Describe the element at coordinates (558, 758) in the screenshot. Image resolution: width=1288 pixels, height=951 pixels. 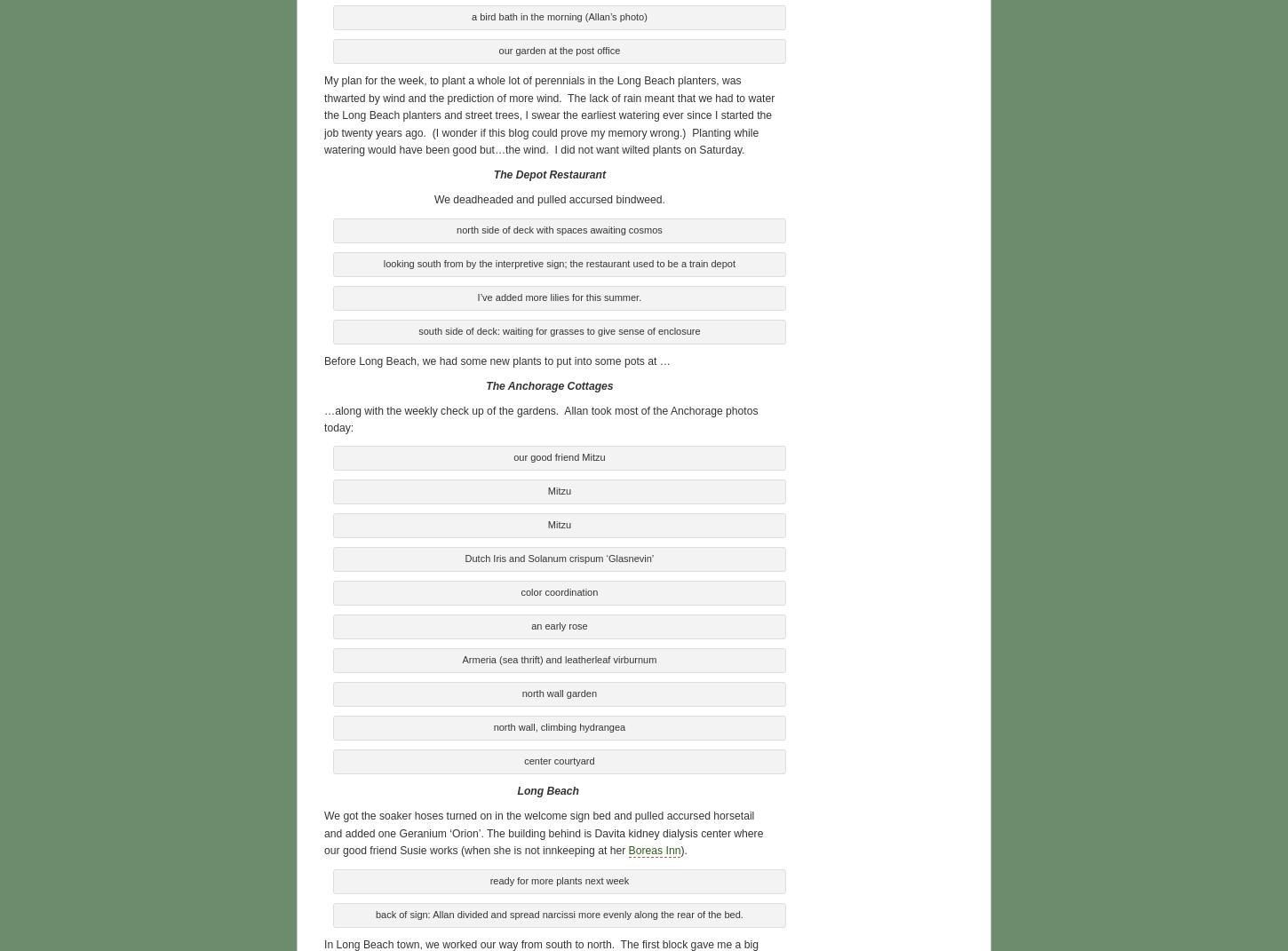
I see `'center courtyard'` at that location.